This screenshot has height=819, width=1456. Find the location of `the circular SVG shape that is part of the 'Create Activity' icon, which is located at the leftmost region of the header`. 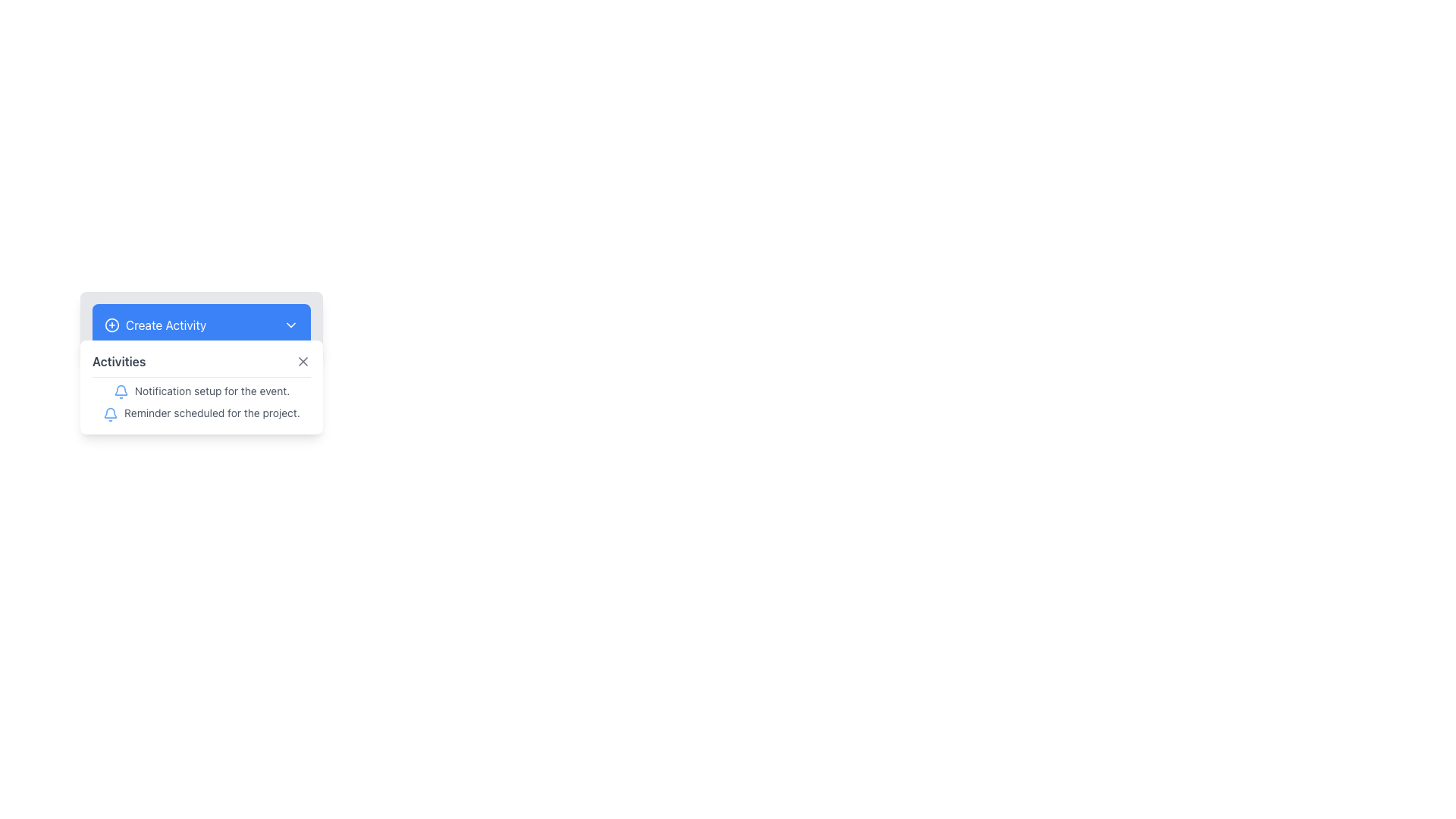

the circular SVG shape that is part of the 'Create Activity' icon, which is located at the leftmost region of the header is located at coordinates (111, 324).